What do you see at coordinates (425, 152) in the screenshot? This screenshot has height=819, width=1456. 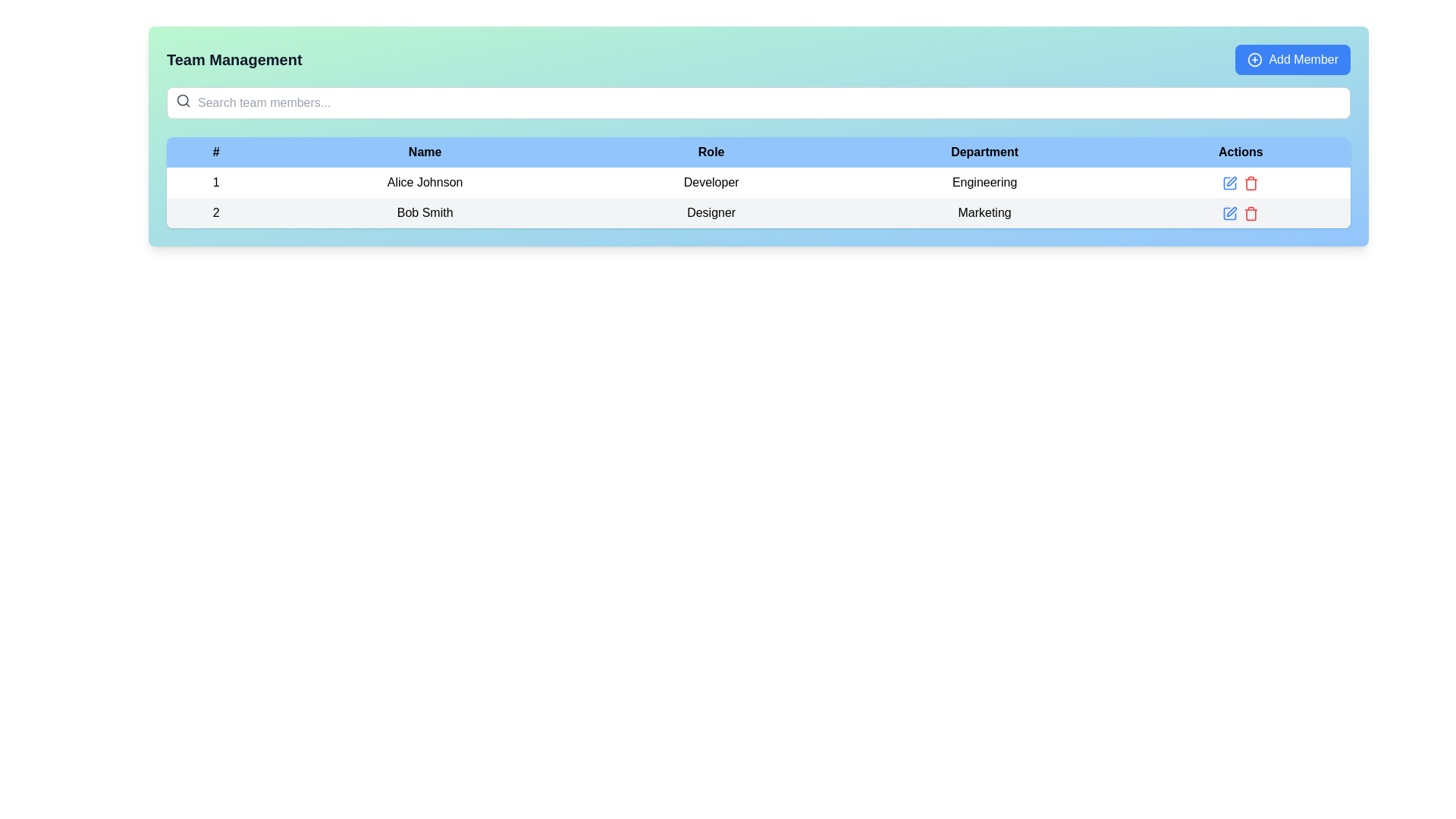 I see `the 'Name' text label, which is a bold black font on a light blue background, centrally located in the header bar between the '#' and 'Role' labels` at bounding box center [425, 152].